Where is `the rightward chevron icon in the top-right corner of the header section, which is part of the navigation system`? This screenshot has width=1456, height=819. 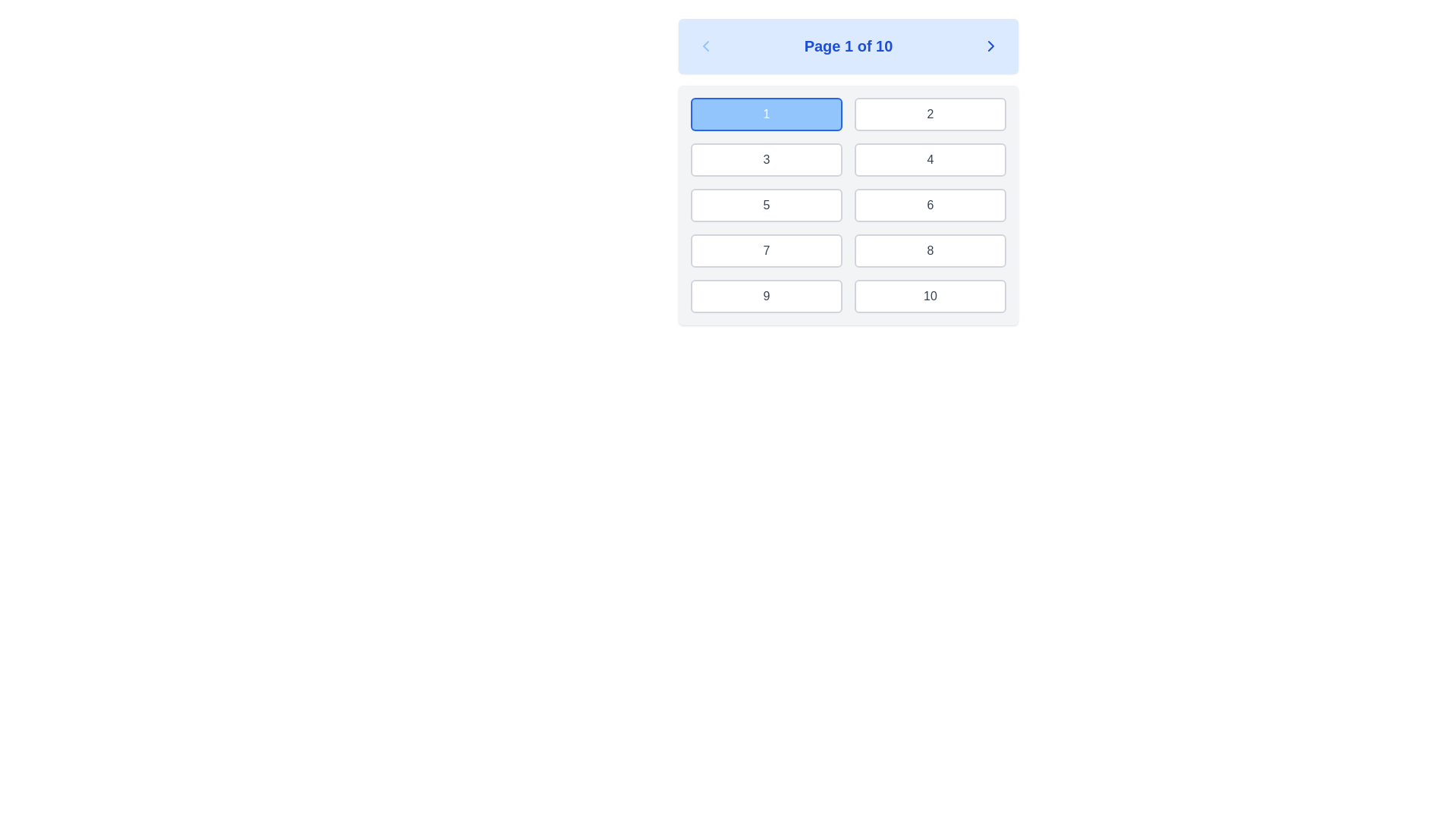 the rightward chevron icon in the top-right corner of the header section, which is part of the navigation system is located at coordinates (990, 45).